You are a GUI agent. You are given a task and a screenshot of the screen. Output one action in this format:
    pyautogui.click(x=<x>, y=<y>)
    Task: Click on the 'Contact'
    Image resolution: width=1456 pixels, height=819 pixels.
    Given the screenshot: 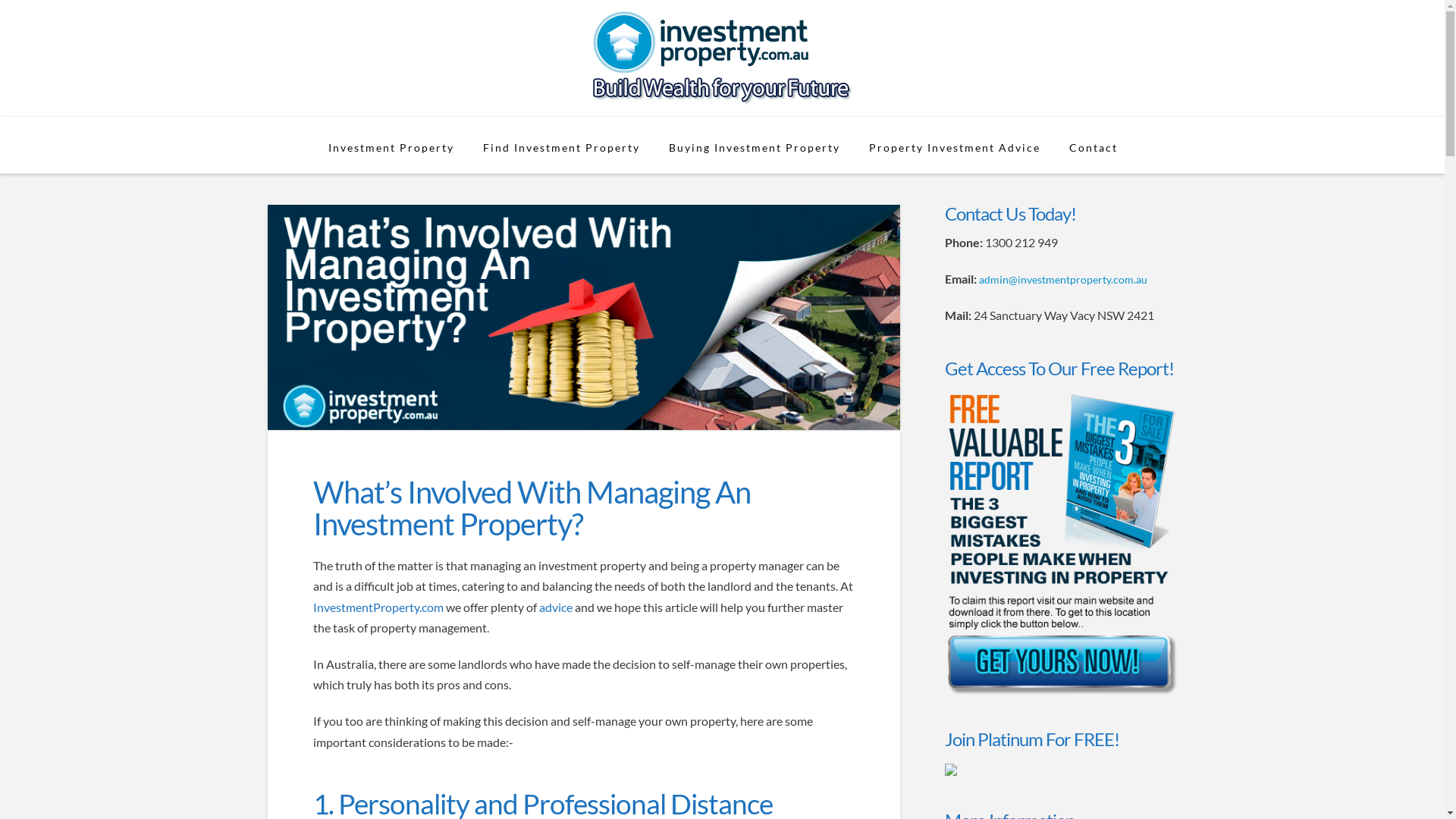 What is the action you would take?
    pyautogui.click(x=1092, y=145)
    